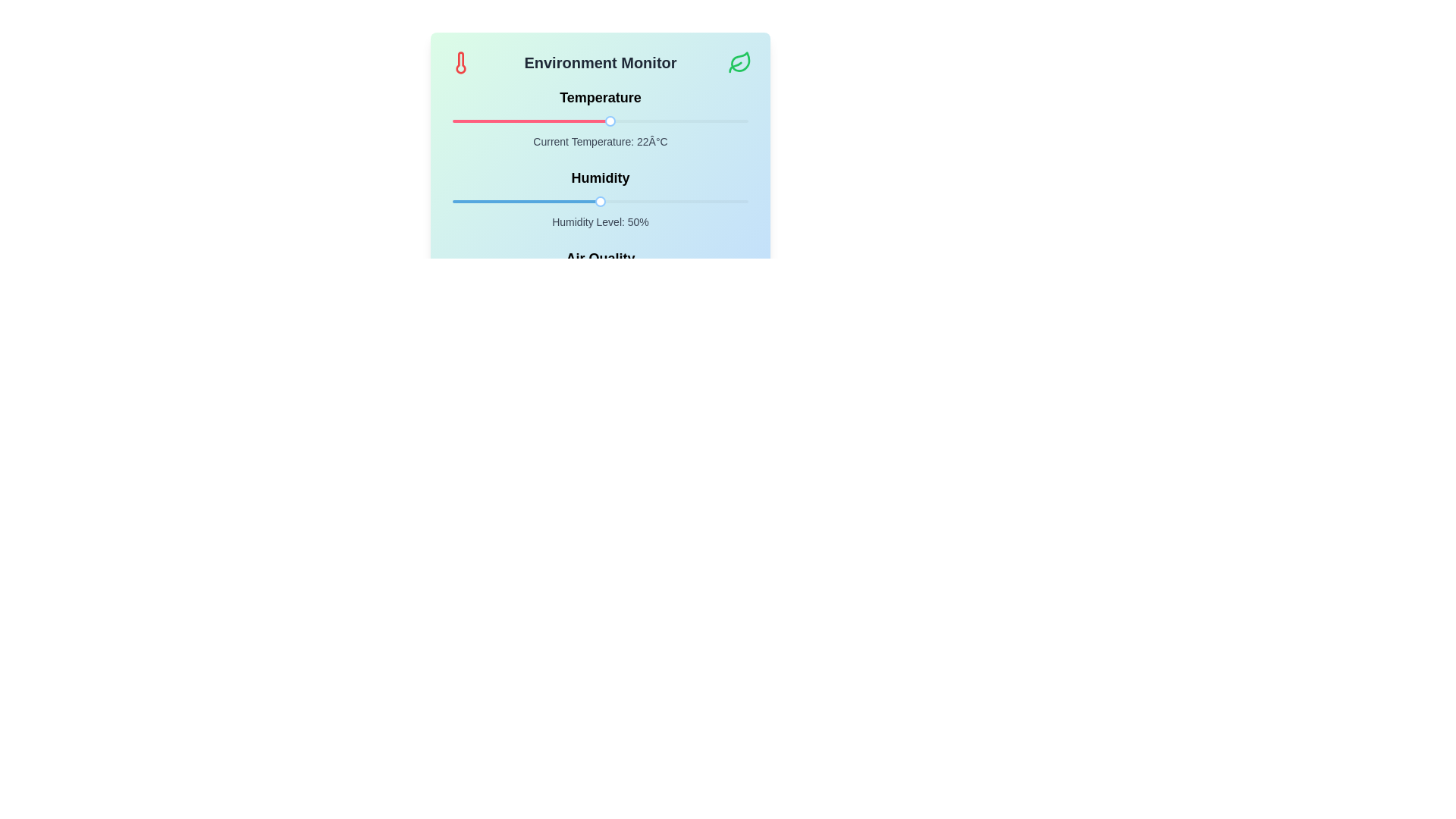 This screenshot has width=1456, height=819. I want to click on humidity, so click(514, 201).